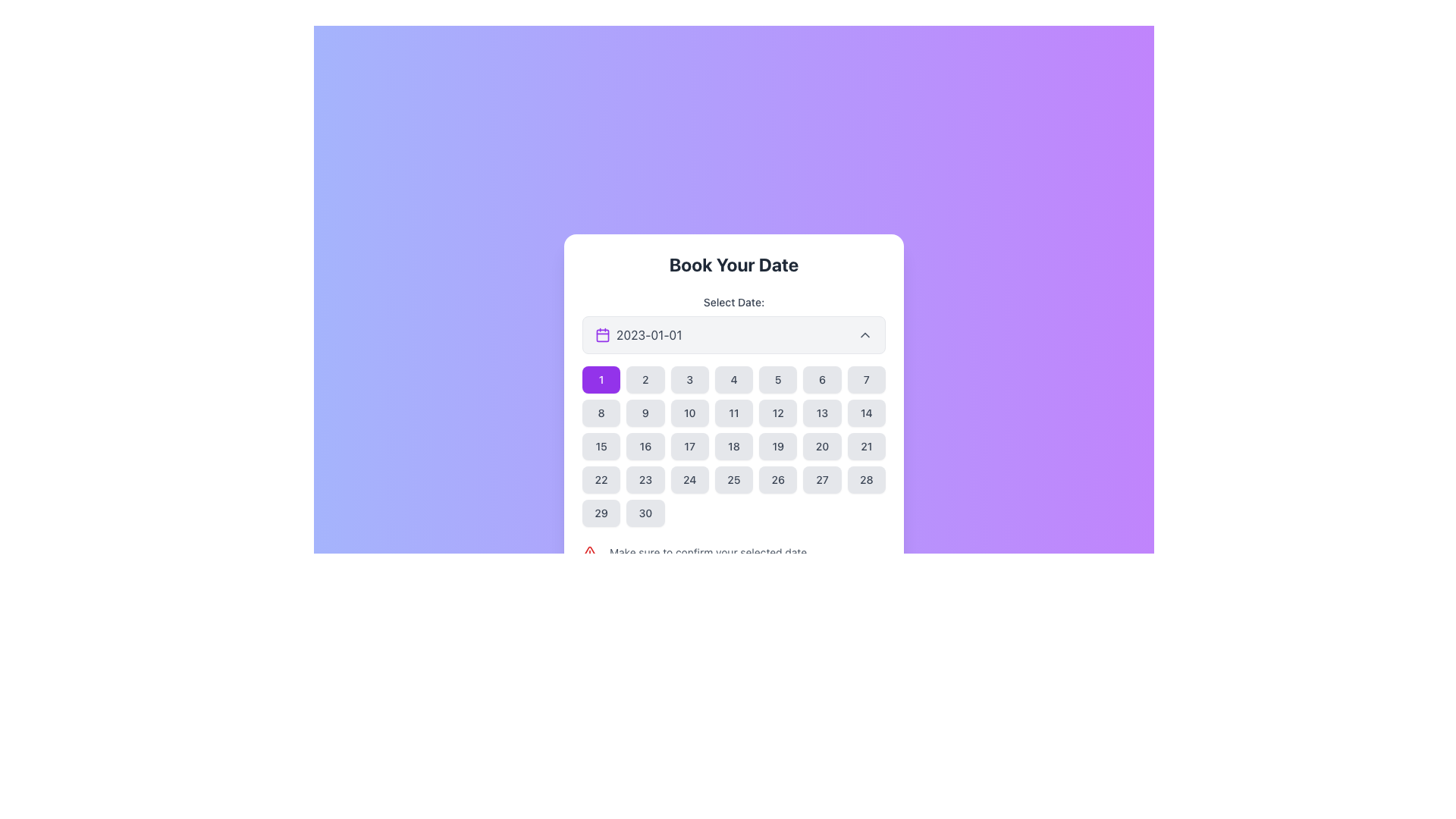 The width and height of the screenshot is (1456, 819). Describe the element at coordinates (602, 334) in the screenshot. I see `the calendar icon component that visually represents the main body of the calendar for date selection, located above the text field displaying '2023-01-01'` at that location.